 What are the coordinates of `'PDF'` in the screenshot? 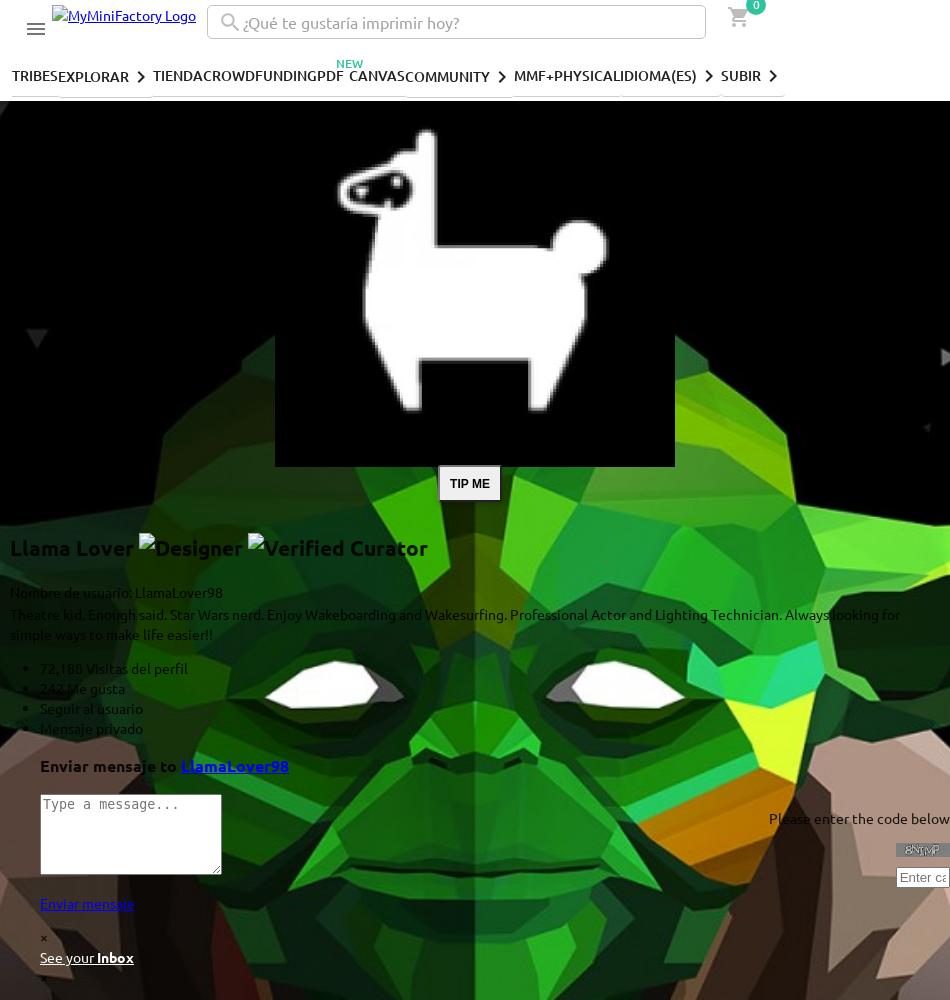 It's located at (316, 73).